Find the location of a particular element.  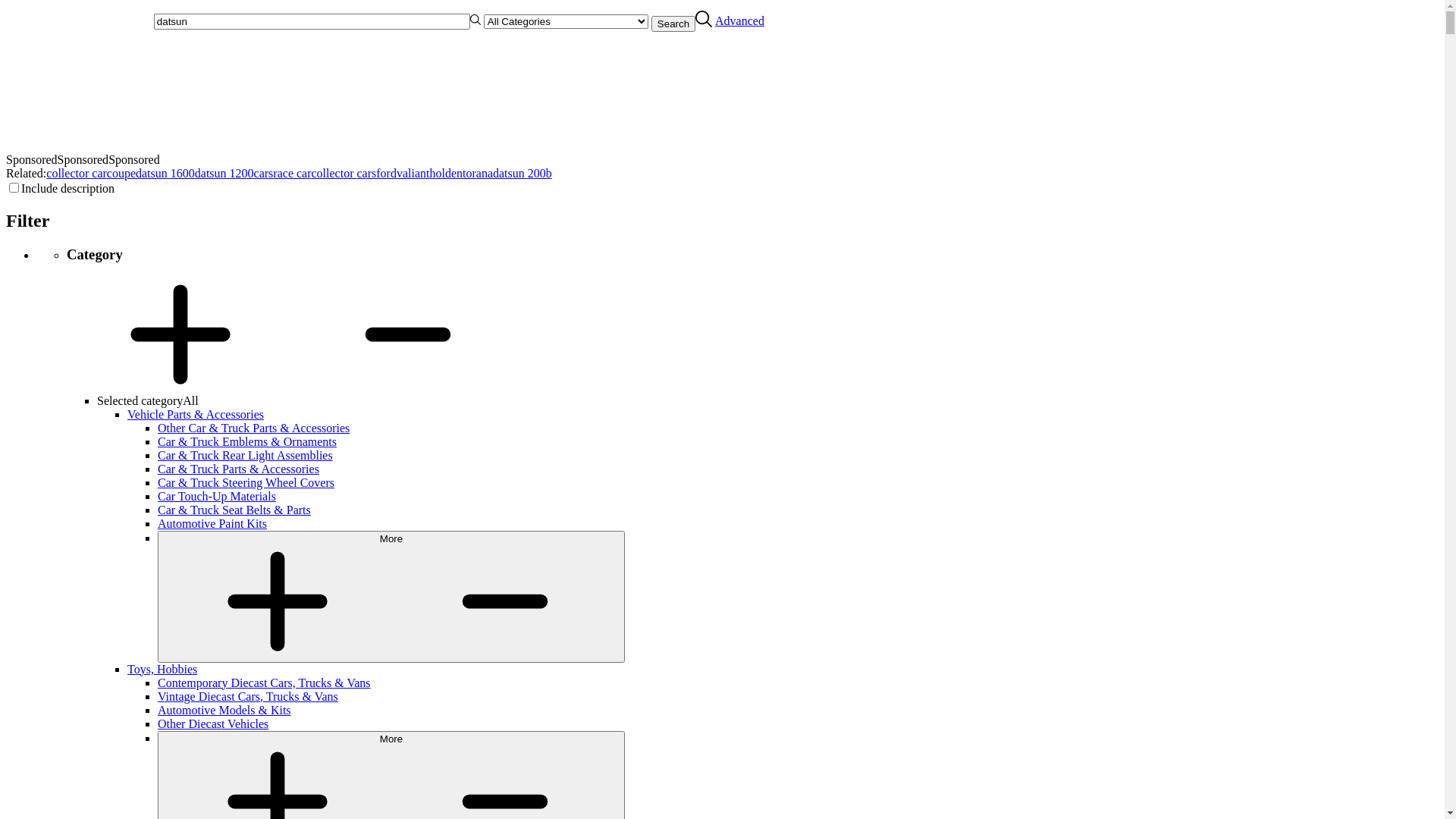

'race car' is located at coordinates (291, 172).